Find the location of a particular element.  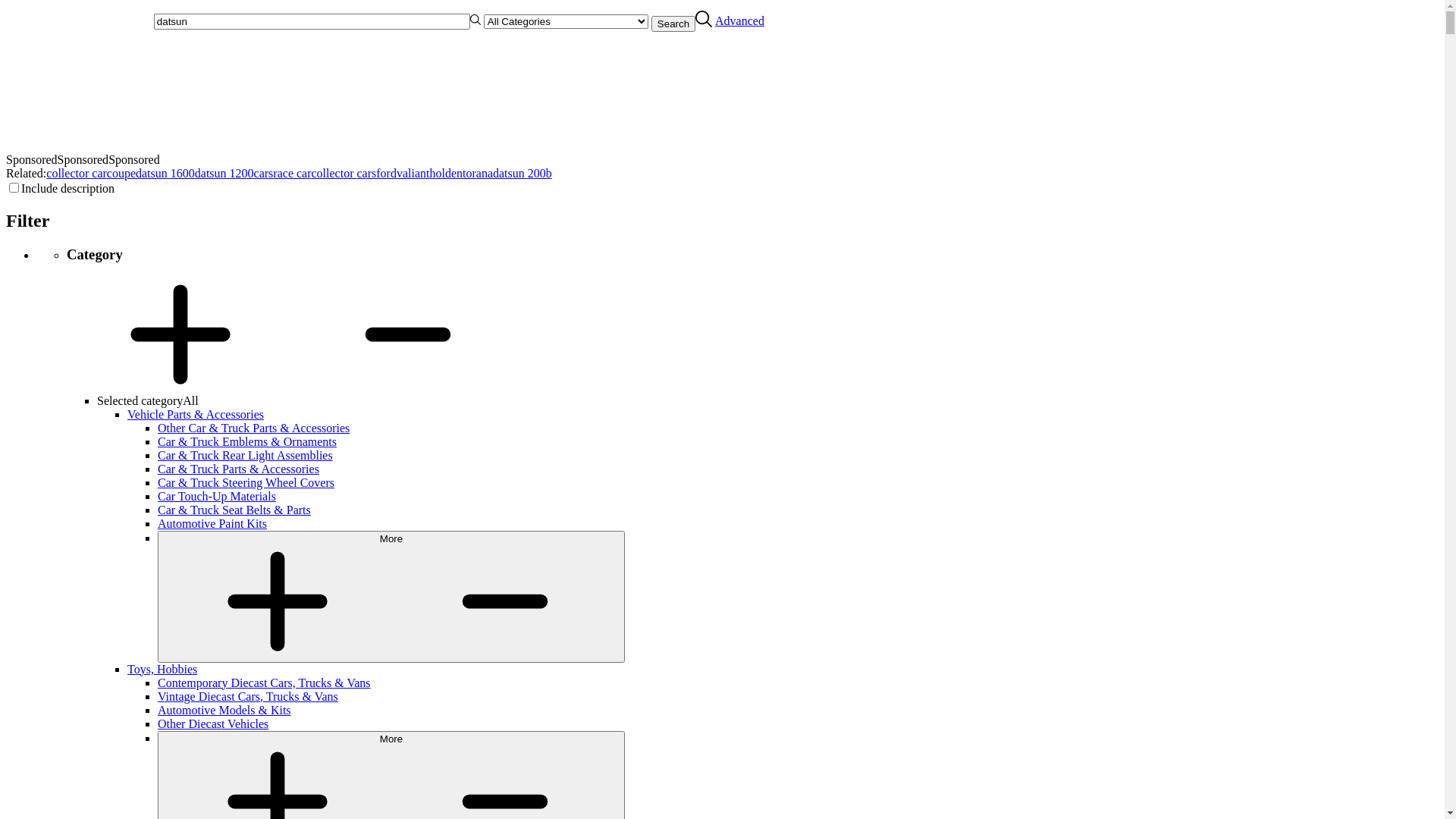

'race car' is located at coordinates (291, 172).